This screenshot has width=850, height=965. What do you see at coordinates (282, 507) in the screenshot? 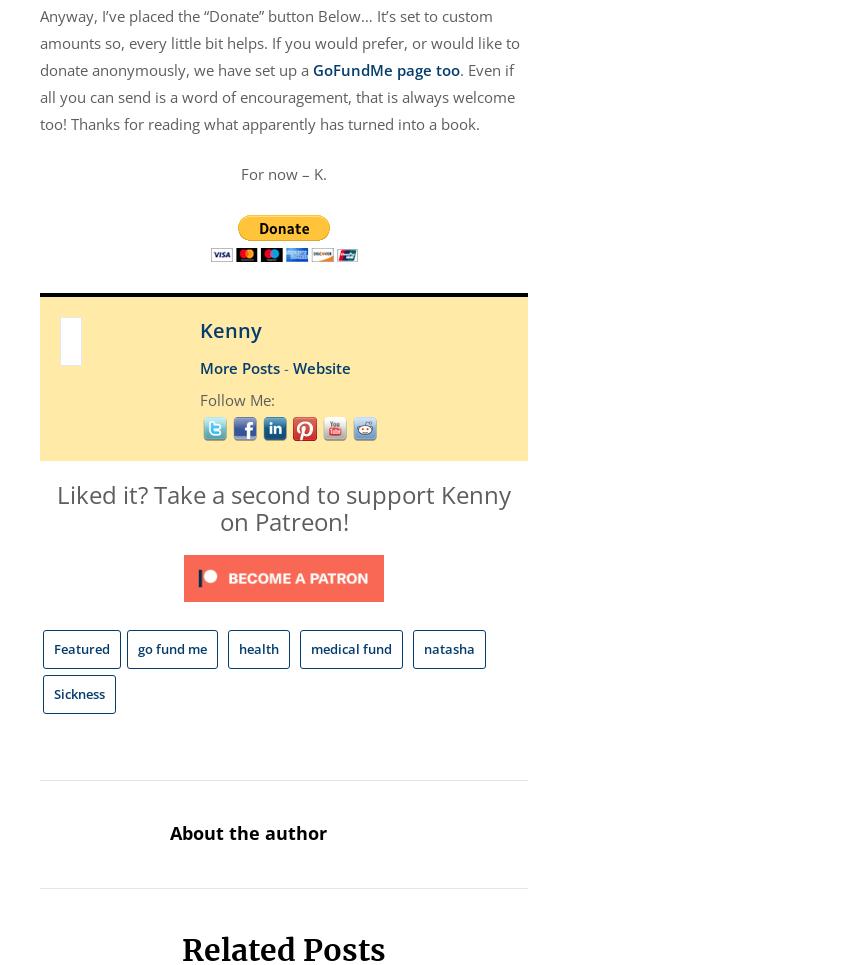
I see `'Liked it? Take a second to support Kenny on Patreon!'` at bounding box center [282, 507].